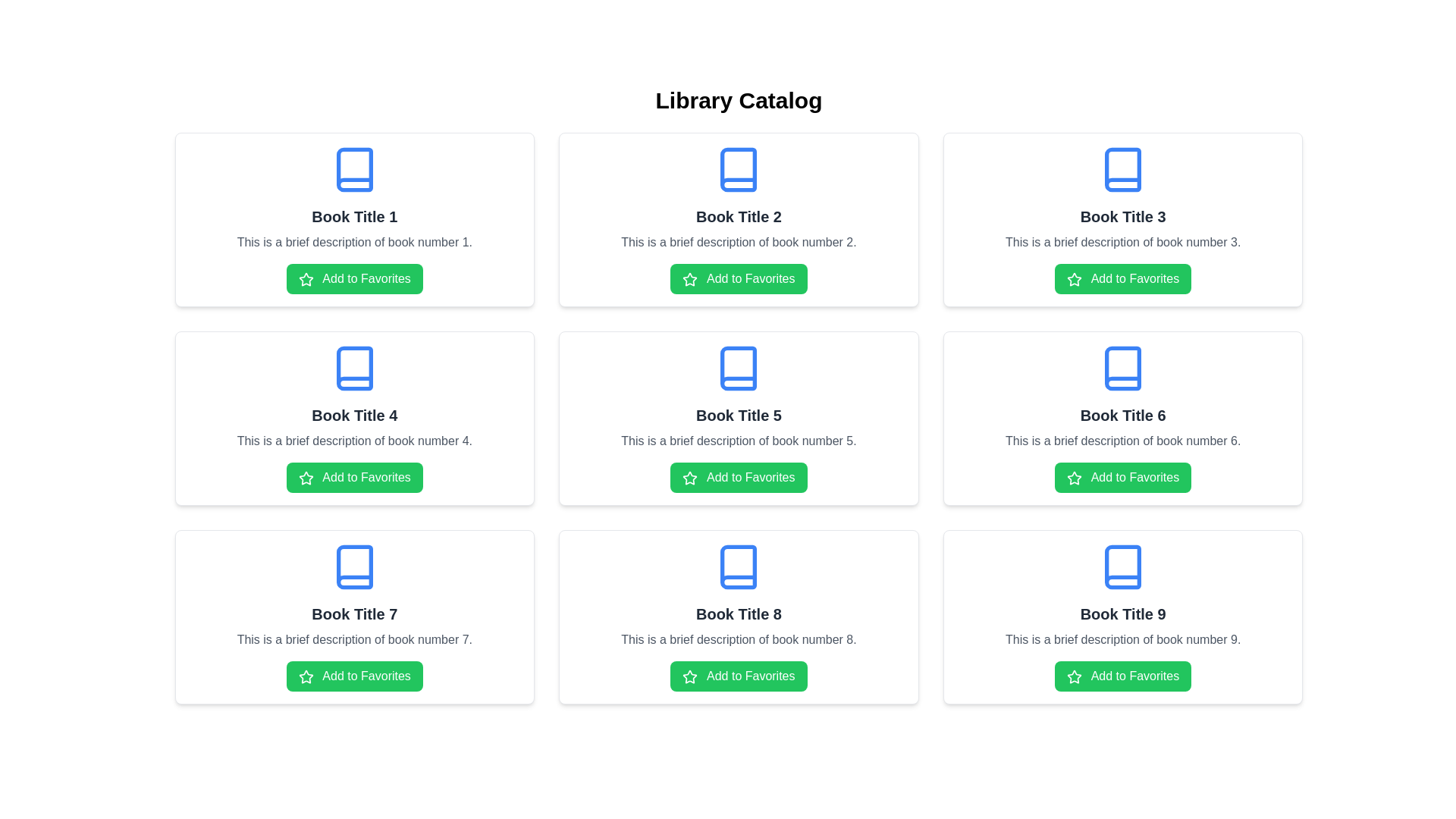 Image resolution: width=1456 pixels, height=819 pixels. I want to click on the title text of the book located in the center of the middle card in the last row of the grid, which is directly below the book icon, so click(353, 614).